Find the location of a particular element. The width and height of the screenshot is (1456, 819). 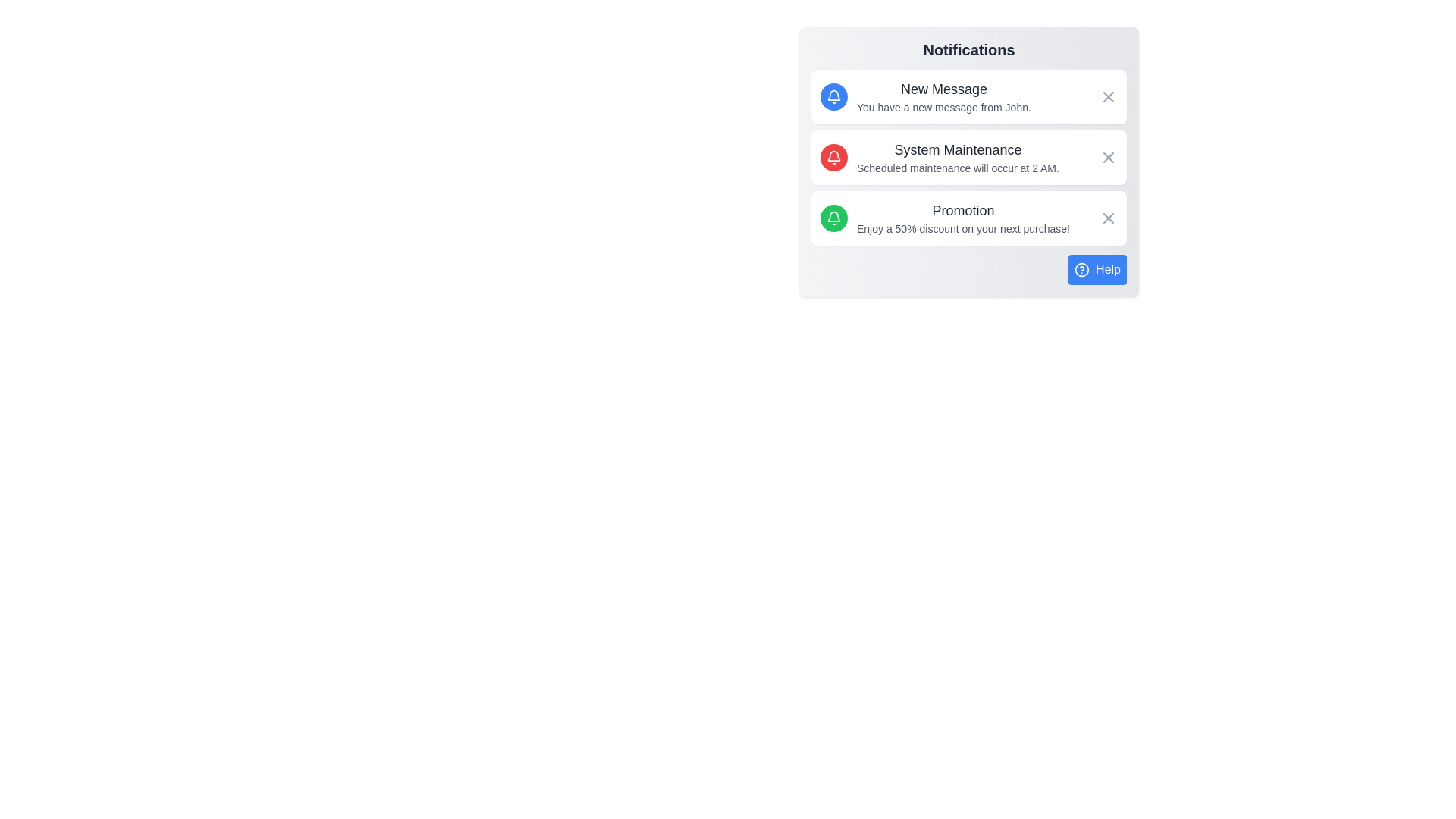

the bell icon located in the notification section at the bottom of the list, which is represented by an outlined graphical depiction of a bell symbol within a green circular background is located at coordinates (833, 218).